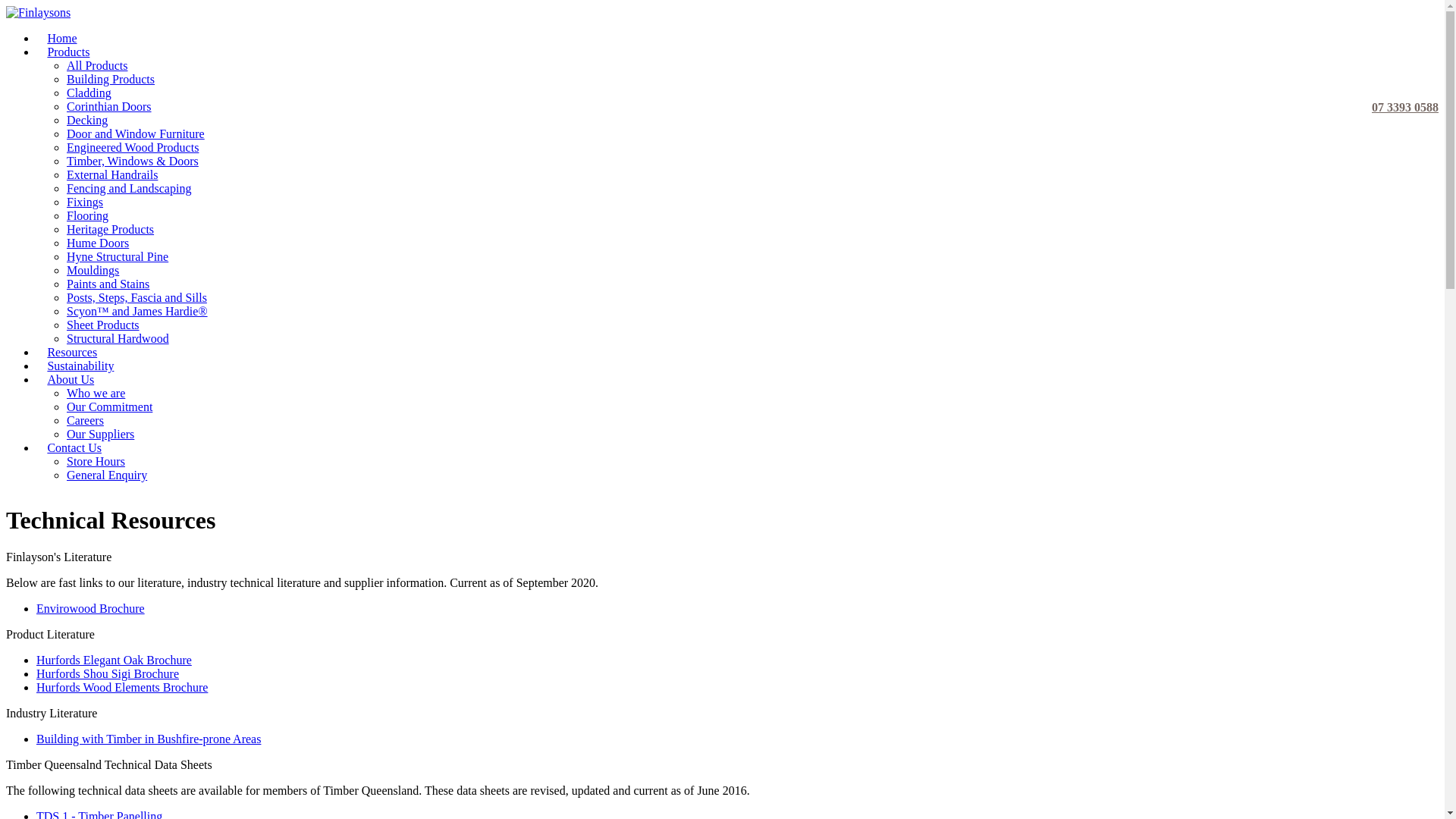 This screenshot has height=819, width=1456. I want to click on 'Hurfords Elegant Oak Brochure', so click(113, 659).